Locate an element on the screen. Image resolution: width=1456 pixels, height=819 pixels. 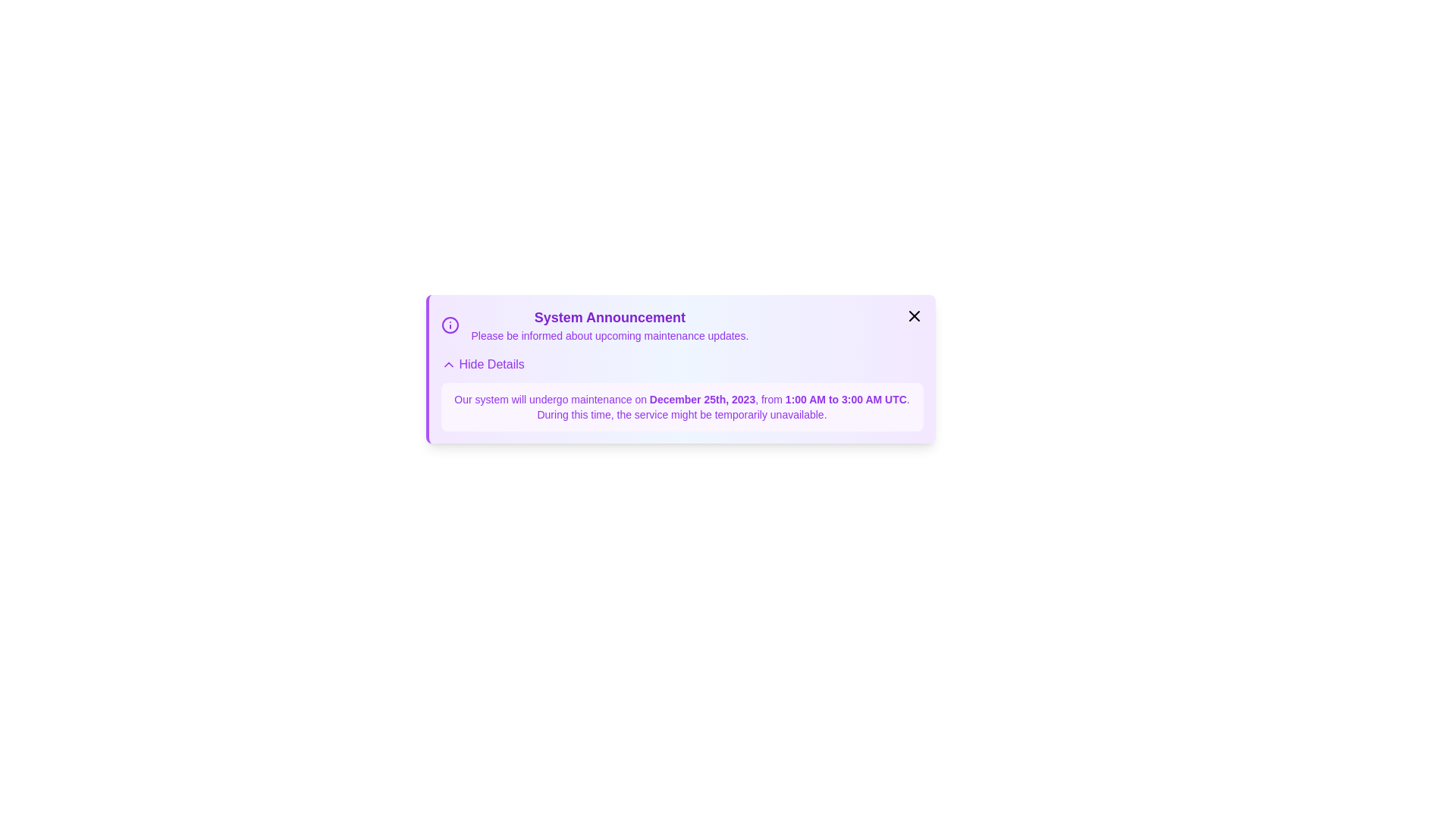
the toggle button located in the 'System Announcement' information panel is located at coordinates (482, 365).